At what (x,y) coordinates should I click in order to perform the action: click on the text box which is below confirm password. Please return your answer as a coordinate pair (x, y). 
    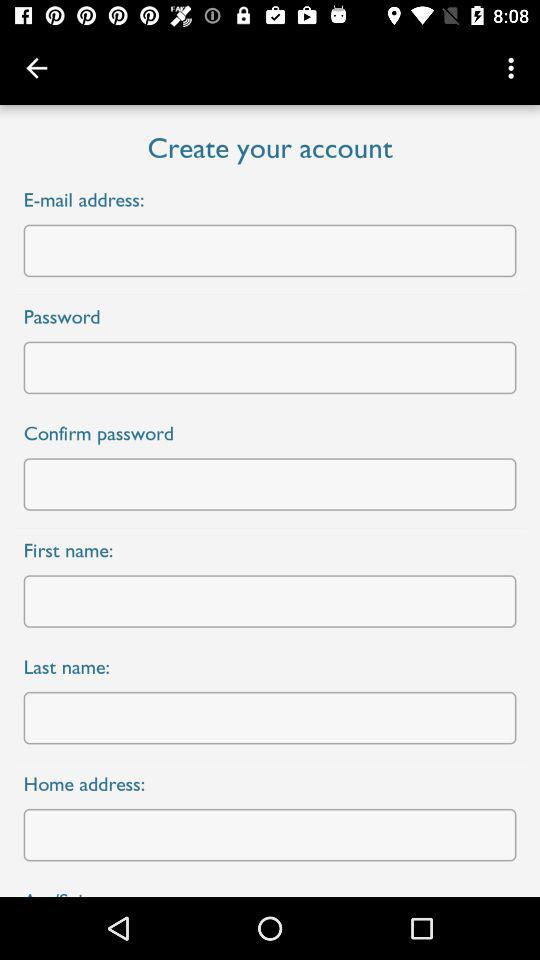
    Looking at the image, I should click on (270, 483).